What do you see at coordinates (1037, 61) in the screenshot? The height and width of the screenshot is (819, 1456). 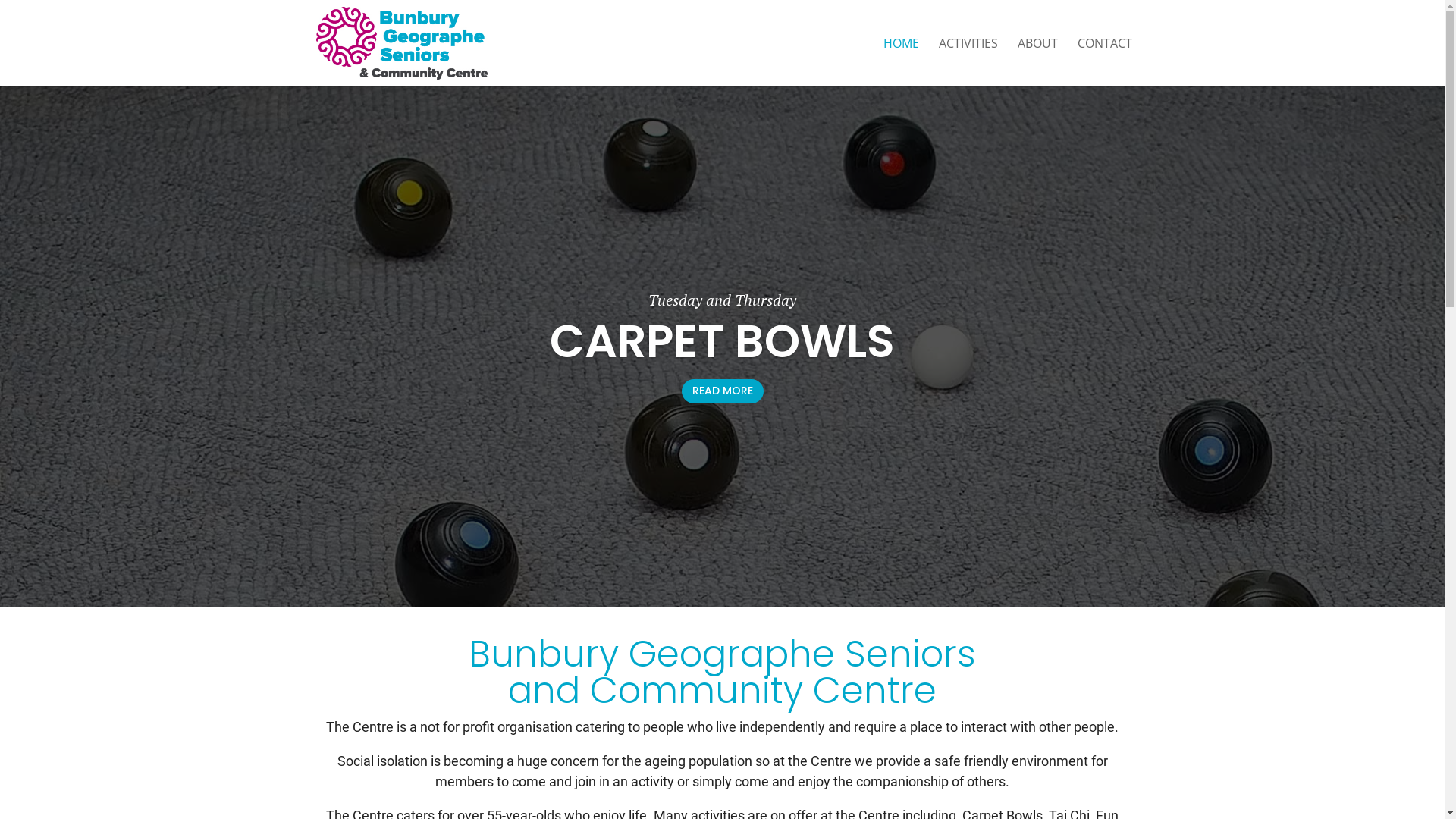 I see `'ABOUT'` at bounding box center [1037, 61].